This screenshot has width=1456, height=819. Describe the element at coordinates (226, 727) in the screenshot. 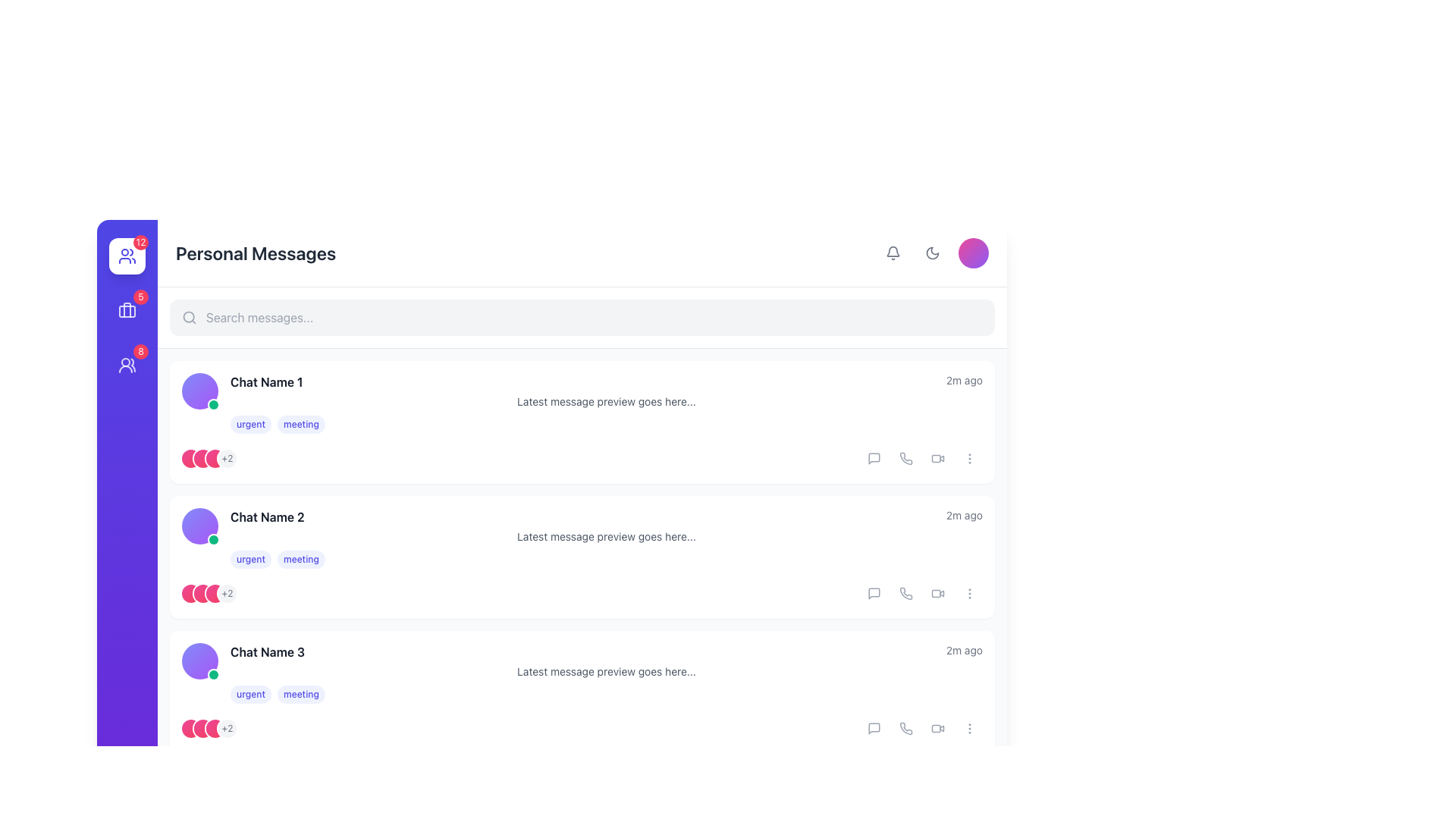

I see `the Text Indicator representing additional participants in the 'Chat Name 3' section if it is enabled for further details` at that location.